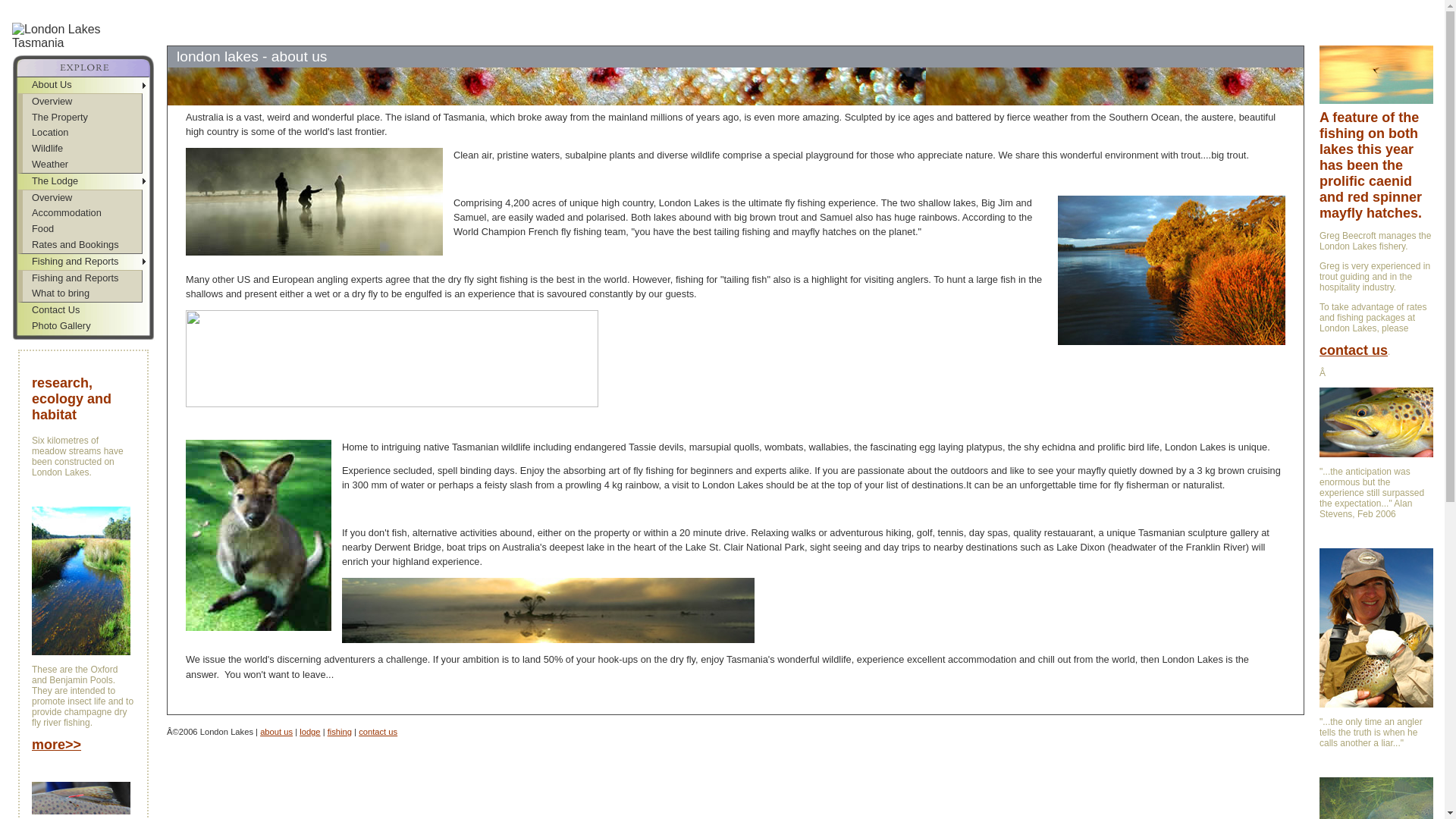 Image resolution: width=1456 pixels, height=819 pixels. Describe the element at coordinates (81, 149) in the screenshot. I see `'Wildlife'` at that location.